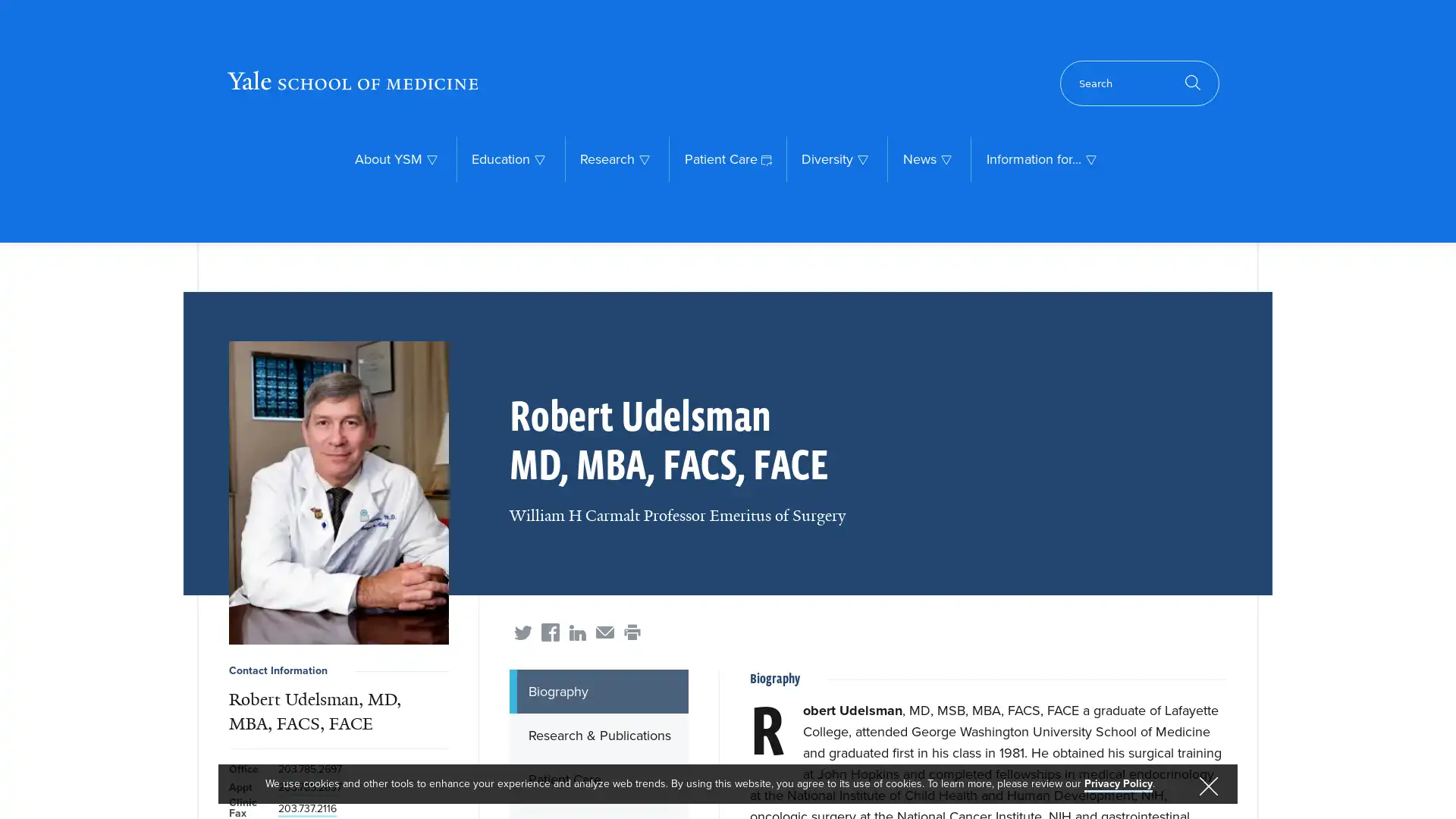 The width and height of the screenshot is (1456, 819). I want to click on Show Information for... submenu, so click(1090, 158).